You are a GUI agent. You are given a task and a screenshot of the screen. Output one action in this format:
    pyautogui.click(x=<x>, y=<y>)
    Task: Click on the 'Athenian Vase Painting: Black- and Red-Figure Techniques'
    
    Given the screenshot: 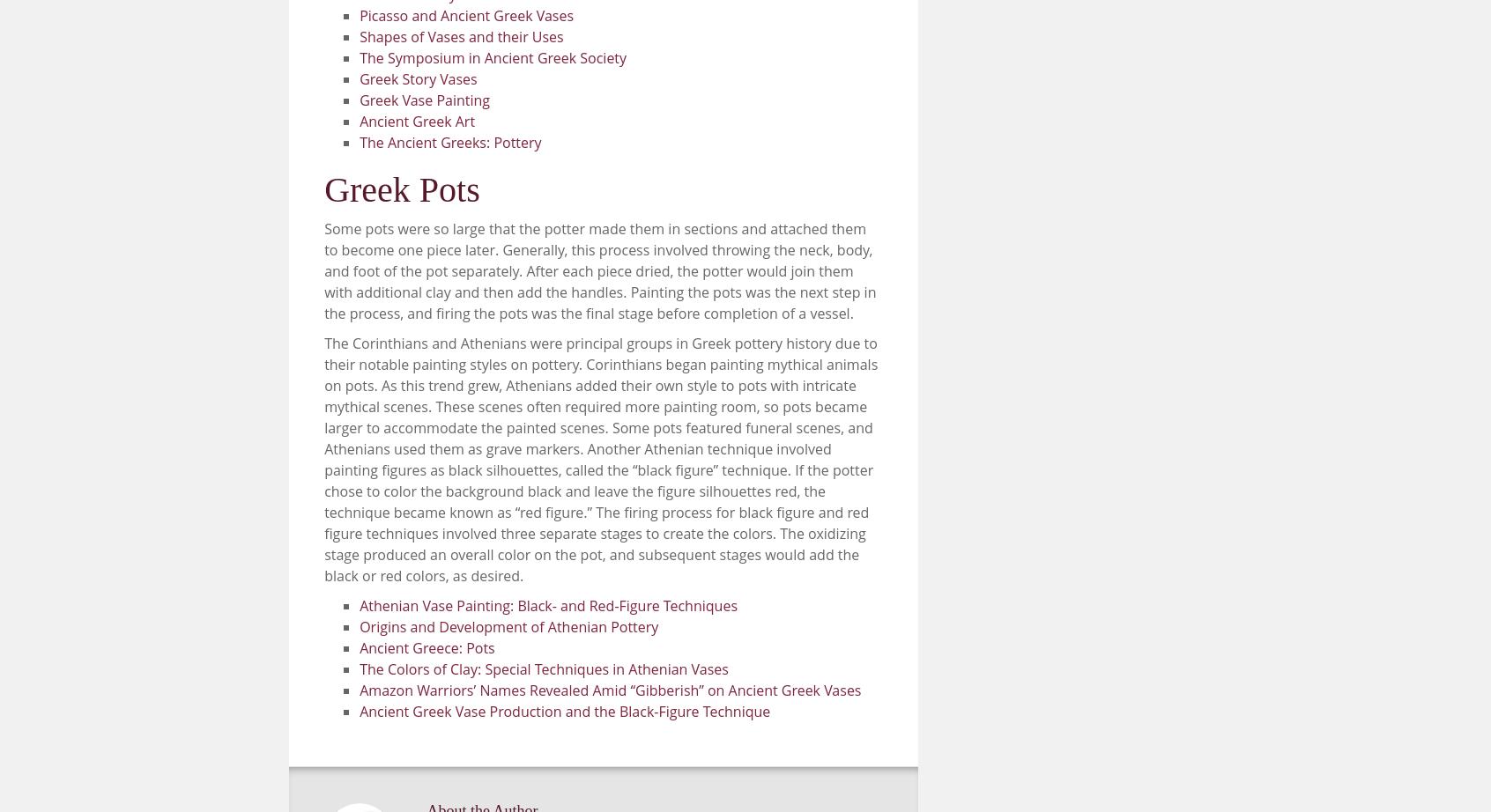 What is the action you would take?
    pyautogui.click(x=547, y=605)
    